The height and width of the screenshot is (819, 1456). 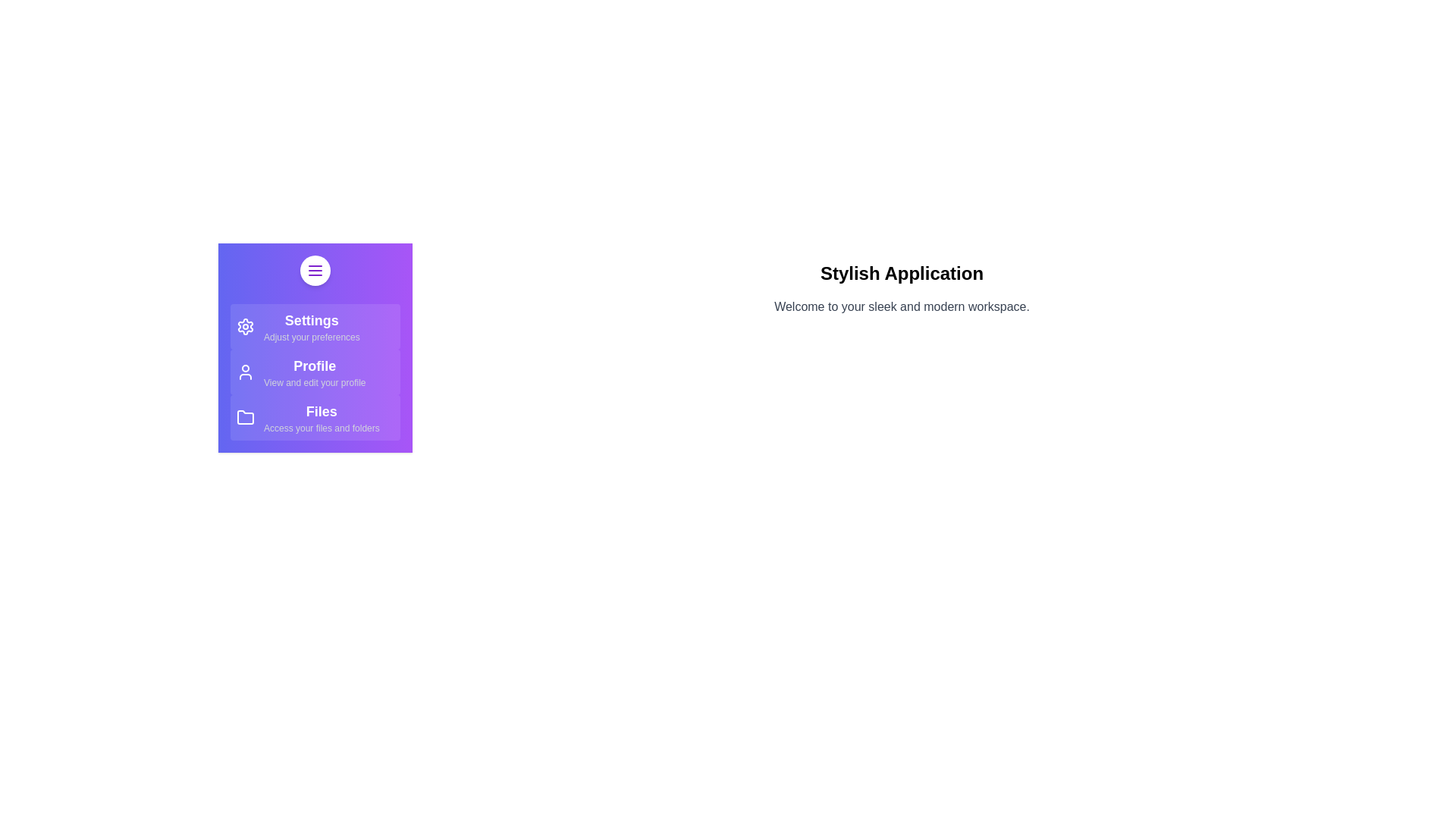 What do you see at coordinates (315, 418) in the screenshot?
I see `the menu item Files to see its hover effect` at bounding box center [315, 418].